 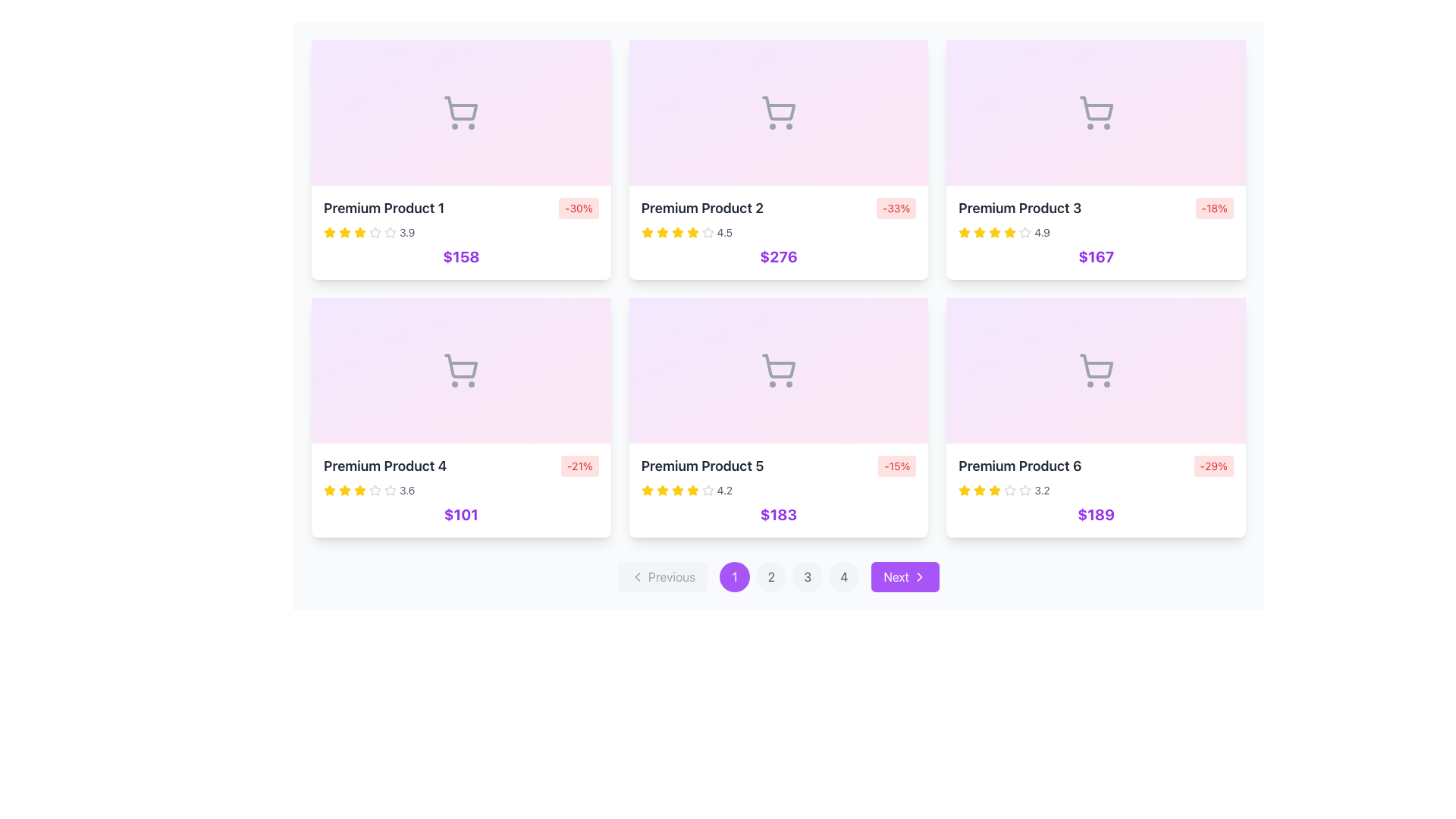 What do you see at coordinates (980, 491) in the screenshot?
I see `the third yellow filled star icon representing the rating in the rating system below the 'Premium Product 6' information card` at bounding box center [980, 491].